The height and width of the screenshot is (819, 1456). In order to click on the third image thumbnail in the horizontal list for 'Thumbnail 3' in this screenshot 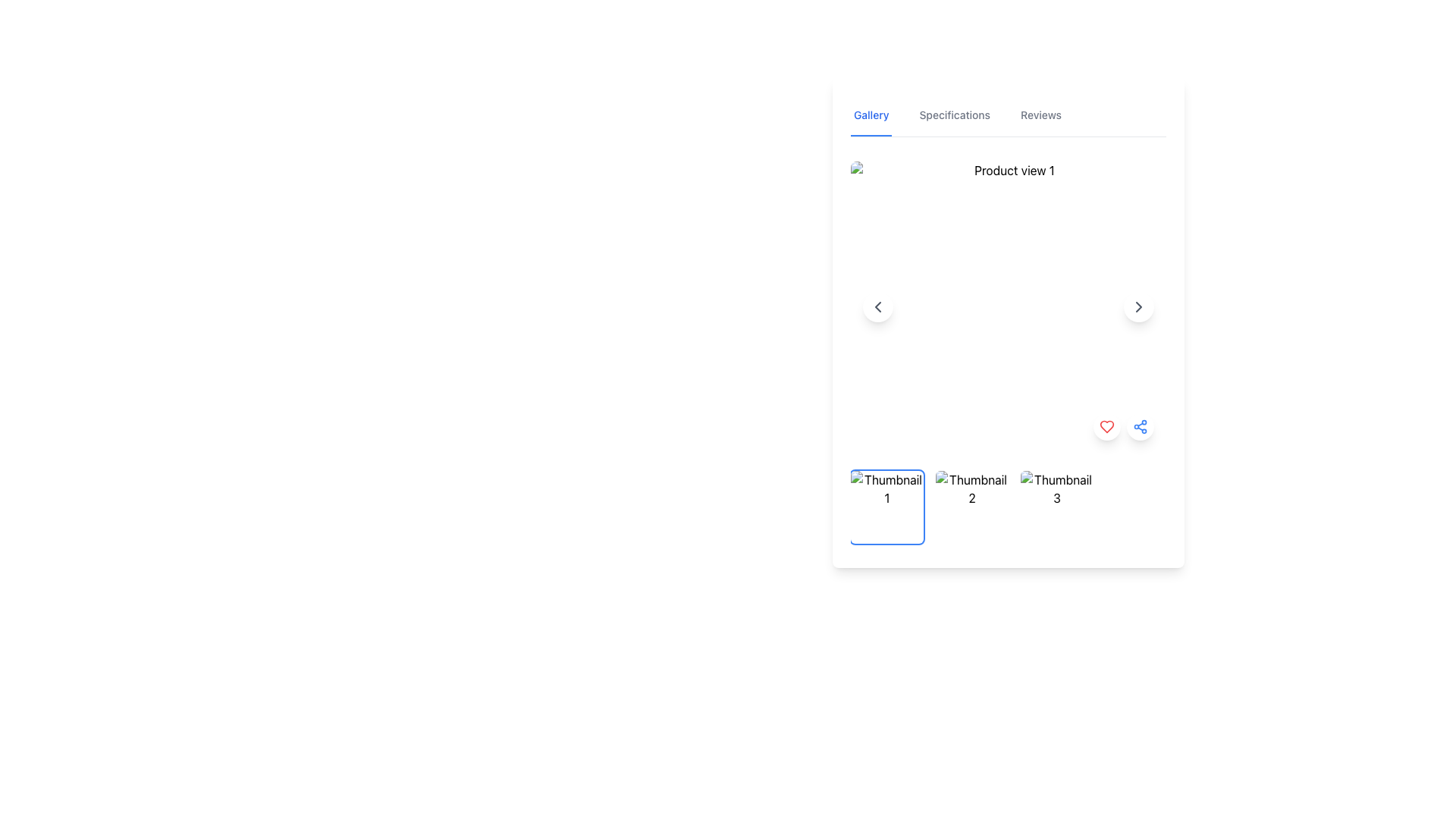, I will do `click(1056, 507)`.